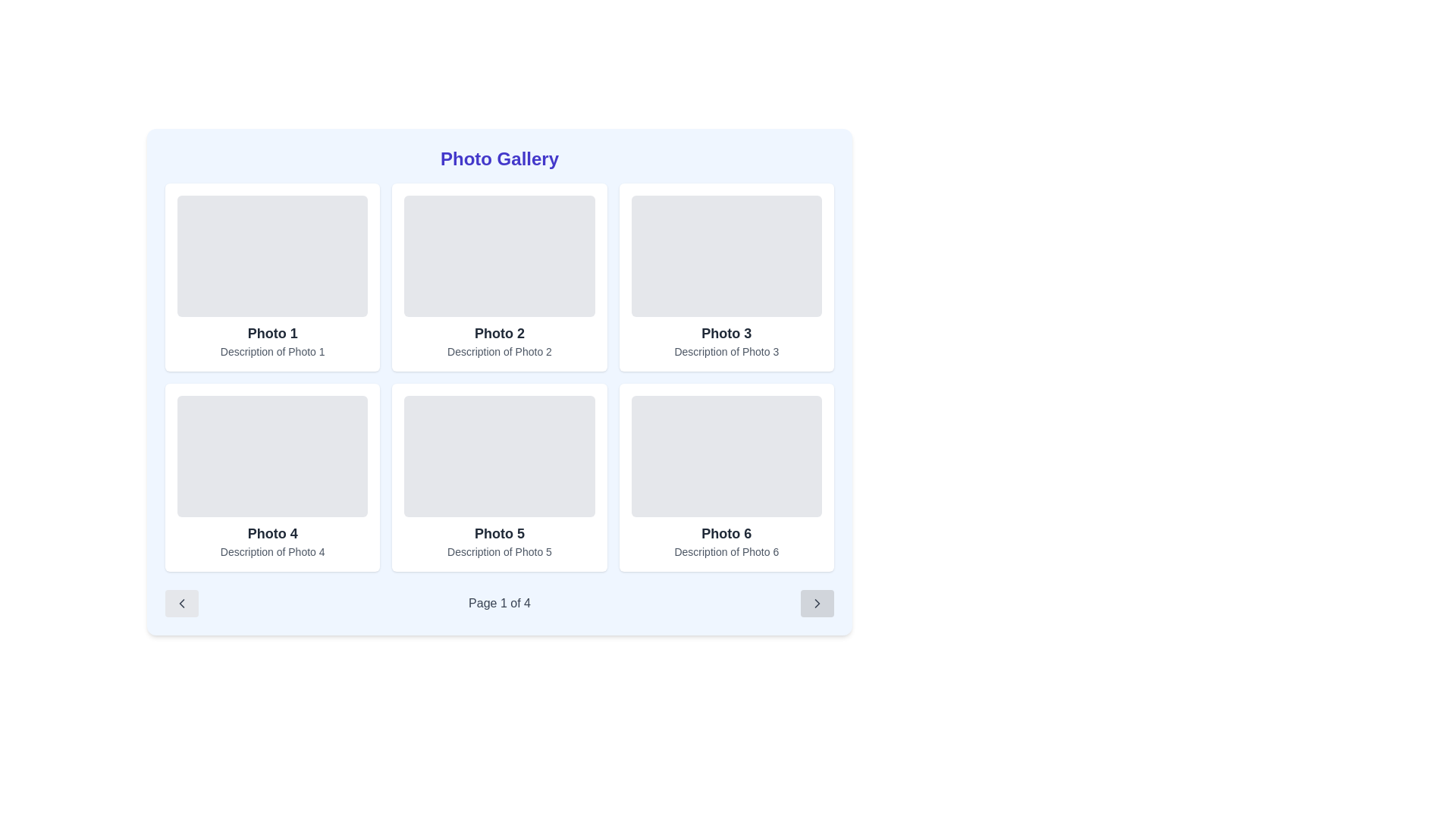  Describe the element at coordinates (726, 278) in the screenshot. I see `the third Card component in the grid layout that displays photo entries, which includes an image, title, and description` at that location.